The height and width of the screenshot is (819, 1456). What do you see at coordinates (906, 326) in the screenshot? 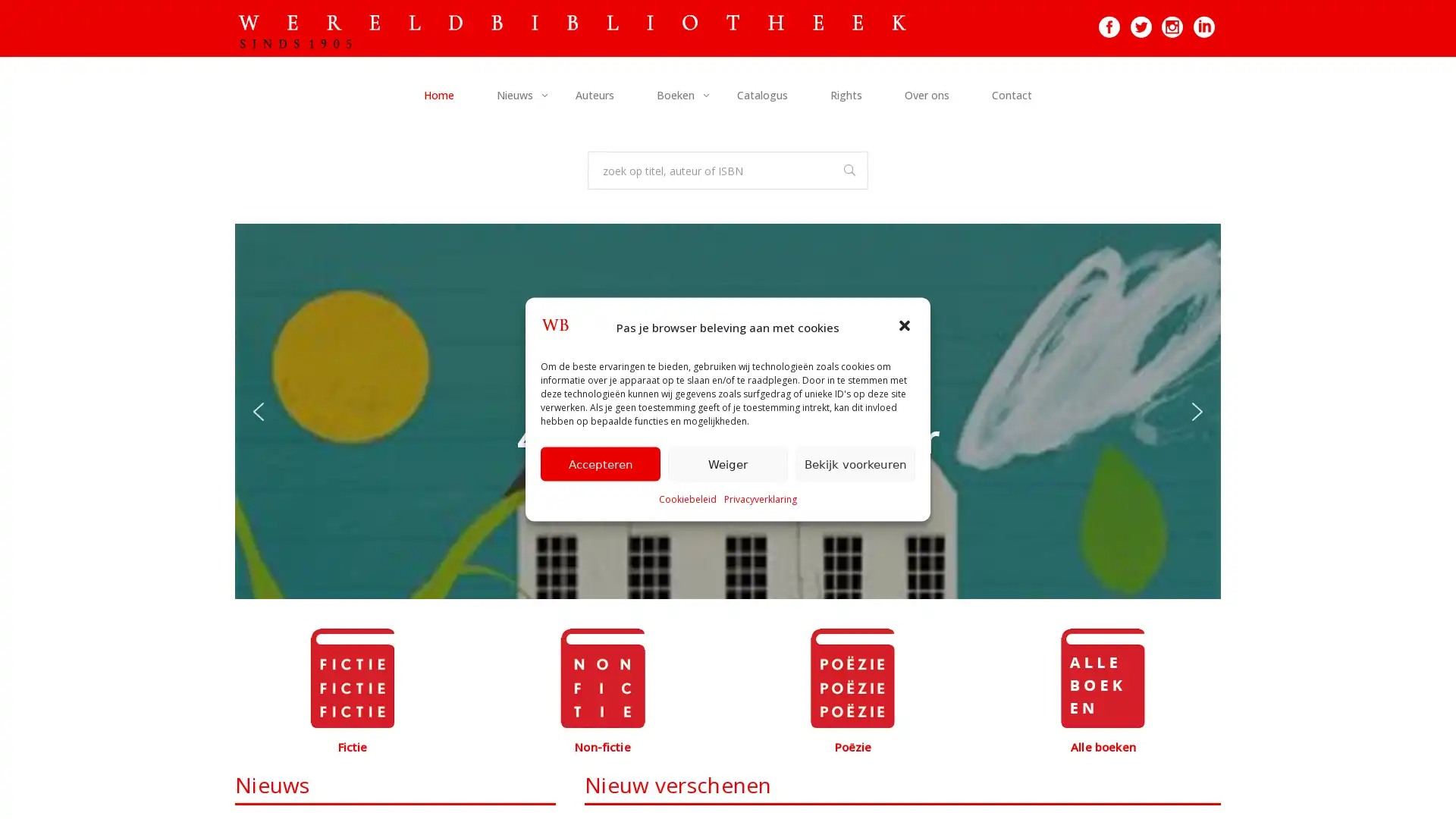
I see `close-dialog` at bounding box center [906, 326].